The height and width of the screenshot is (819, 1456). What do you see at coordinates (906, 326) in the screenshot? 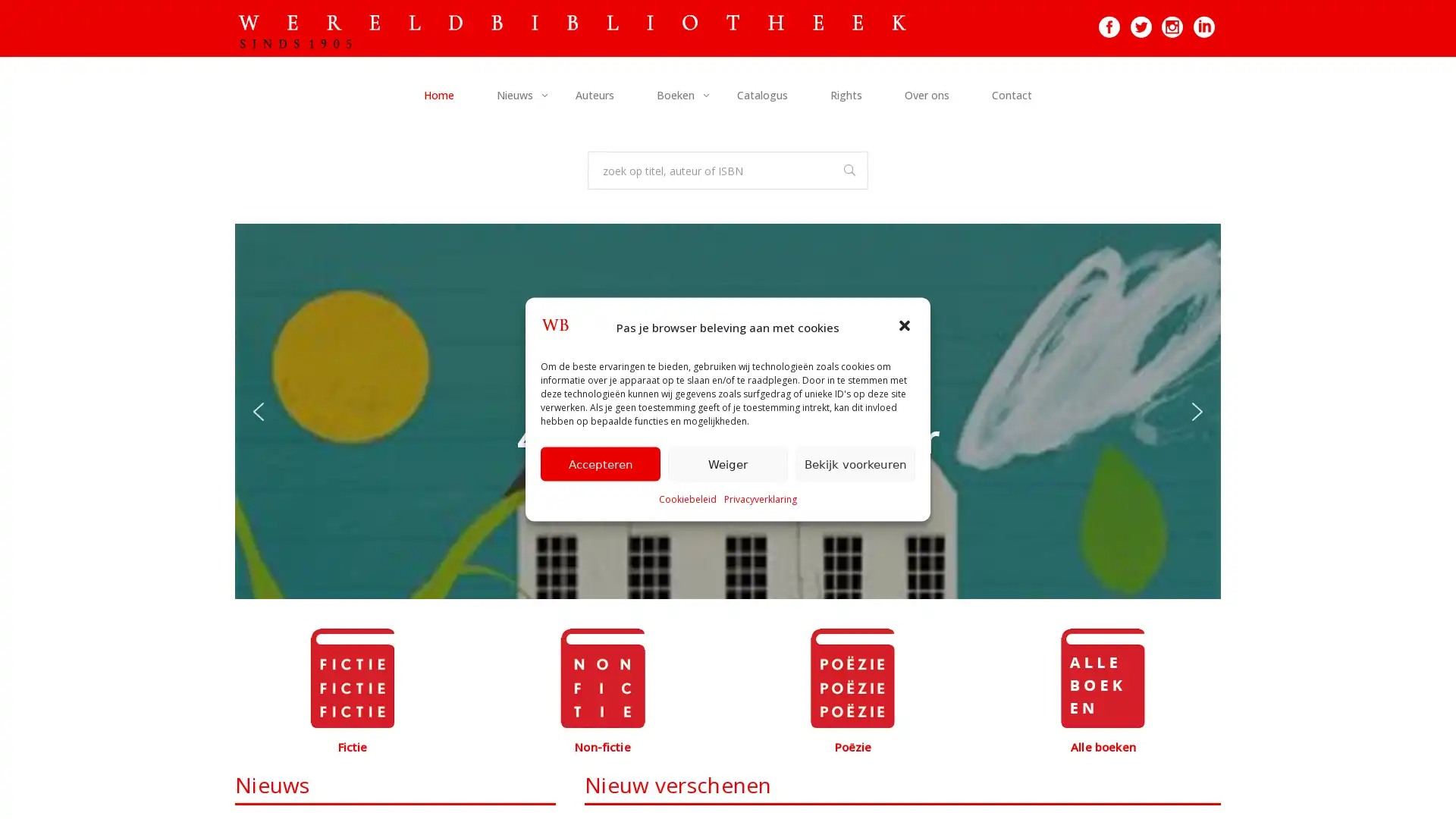
I see `close-dialog` at bounding box center [906, 326].